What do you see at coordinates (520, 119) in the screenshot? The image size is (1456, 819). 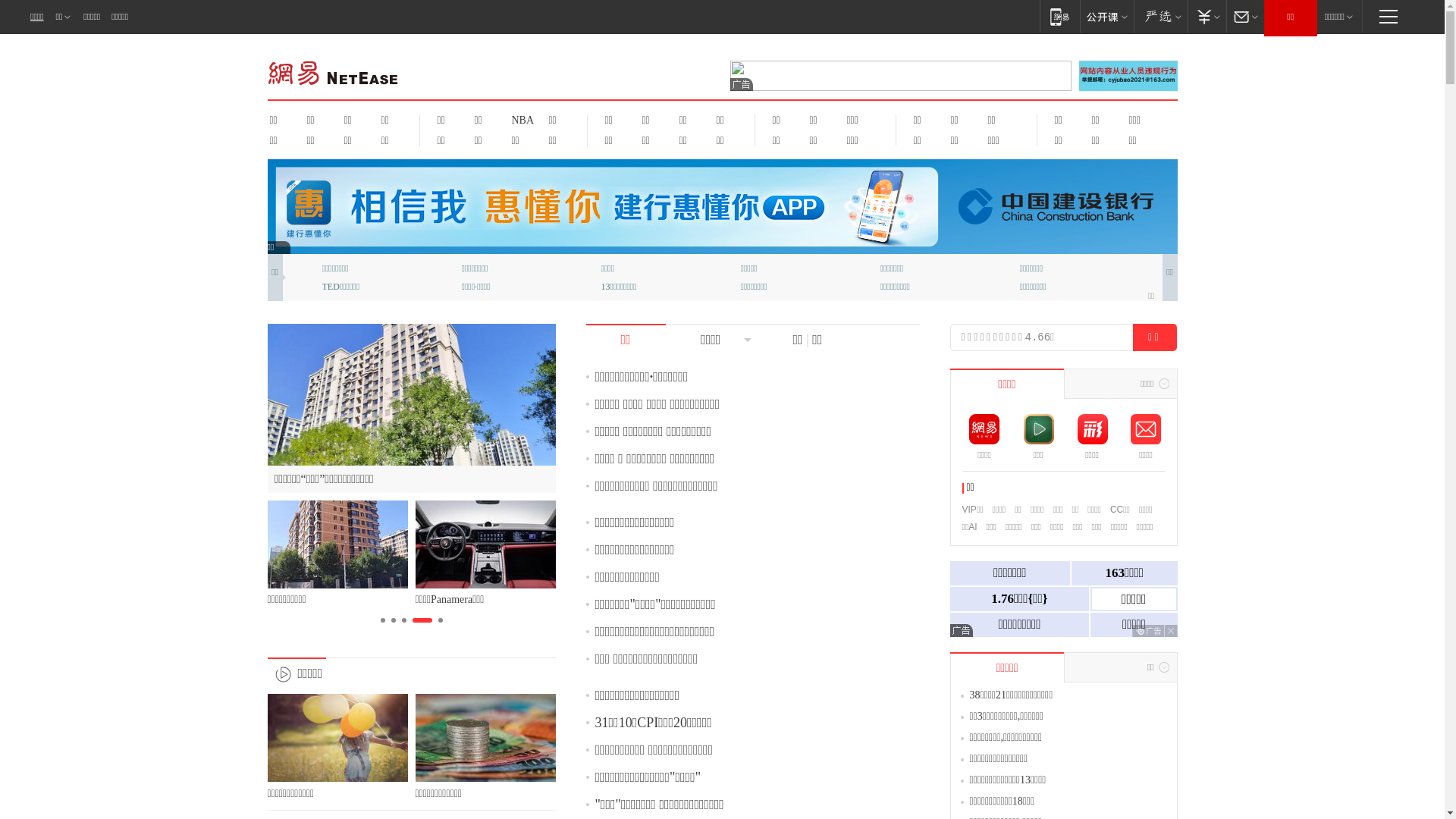 I see `'NBA'` at bounding box center [520, 119].